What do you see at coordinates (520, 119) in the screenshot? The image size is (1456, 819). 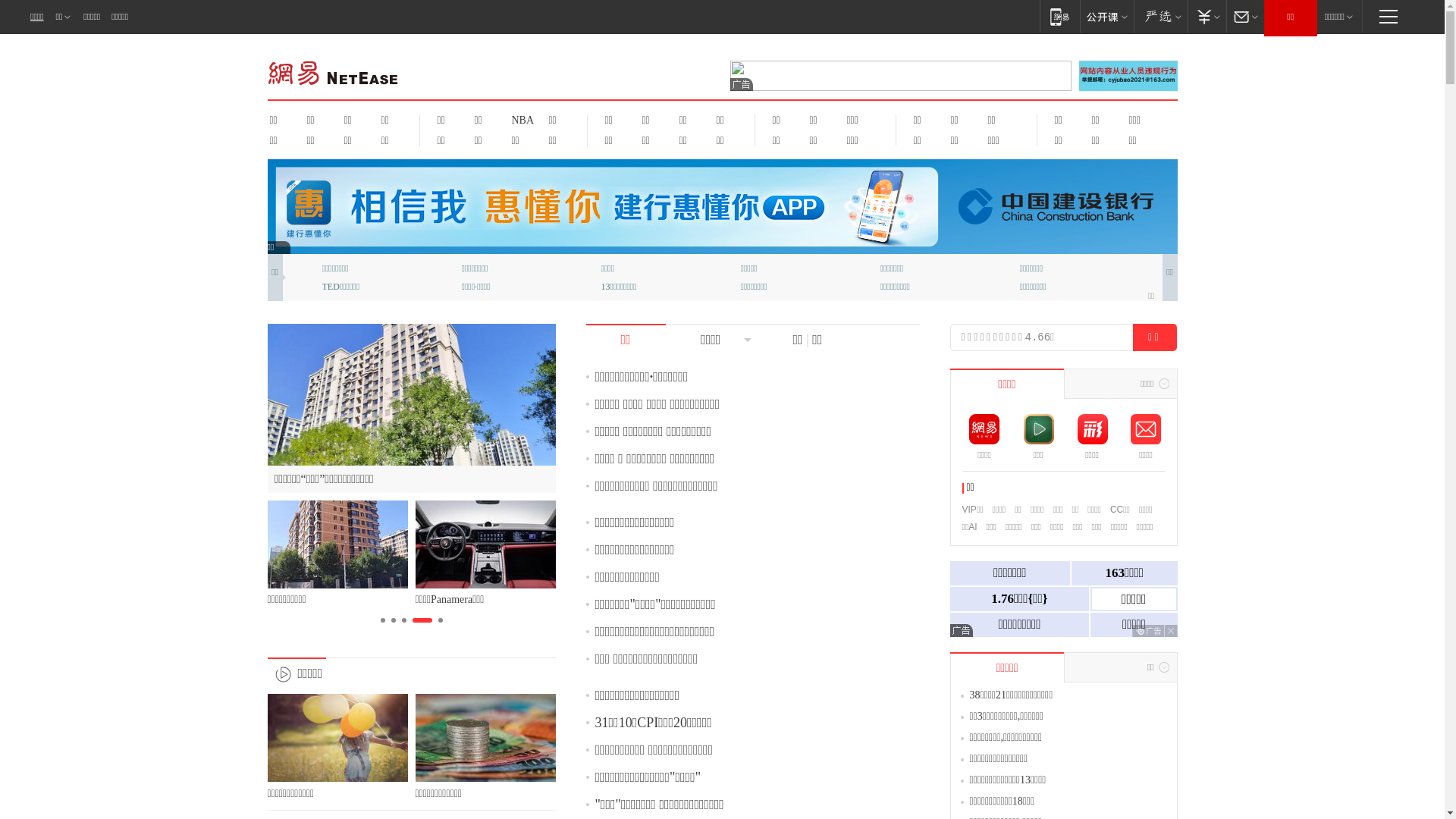 I see `'NBA'` at bounding box center [520, 119].